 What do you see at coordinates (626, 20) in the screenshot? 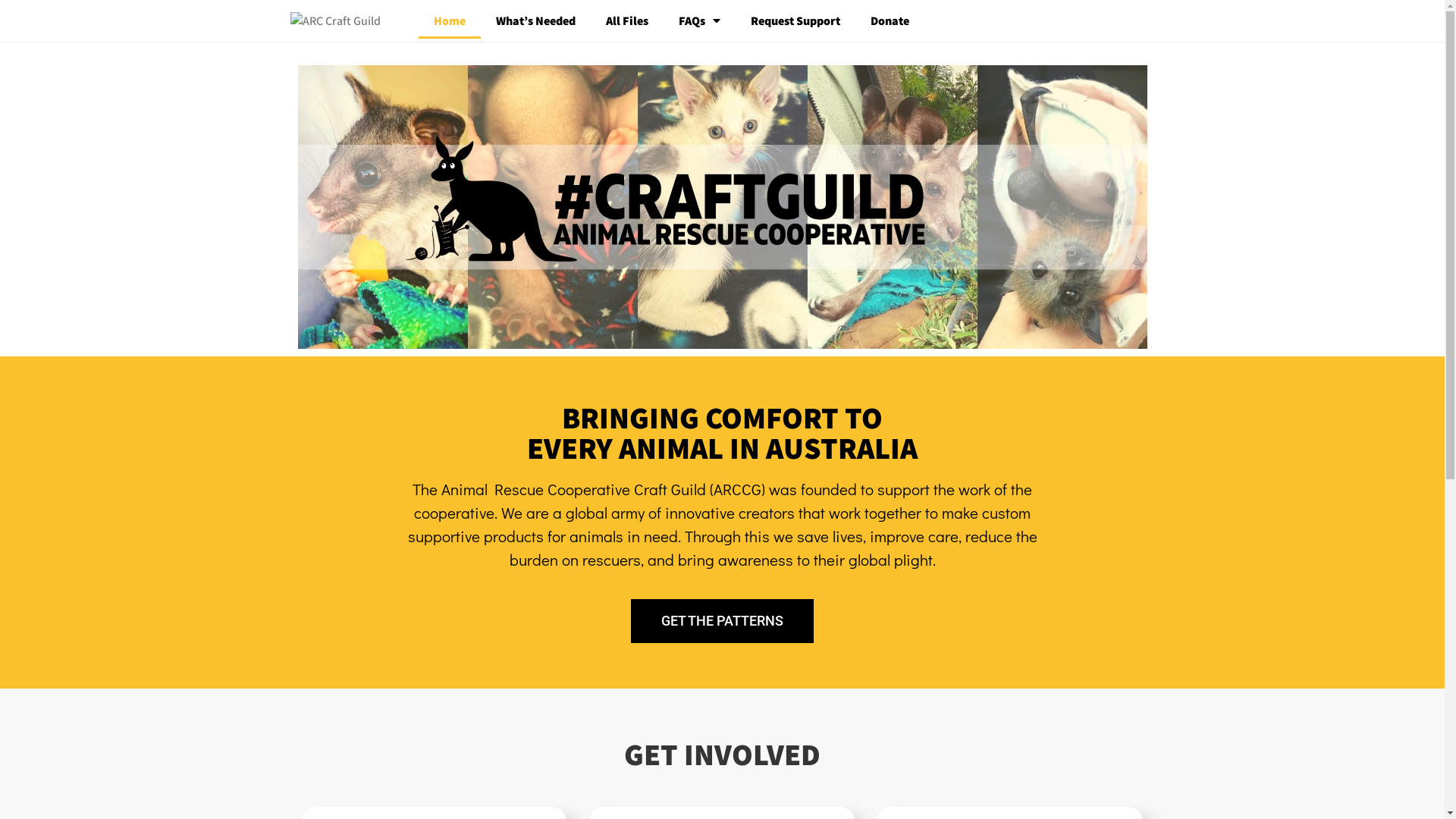
I see `'All Files'` at bounding box center [626, 20].